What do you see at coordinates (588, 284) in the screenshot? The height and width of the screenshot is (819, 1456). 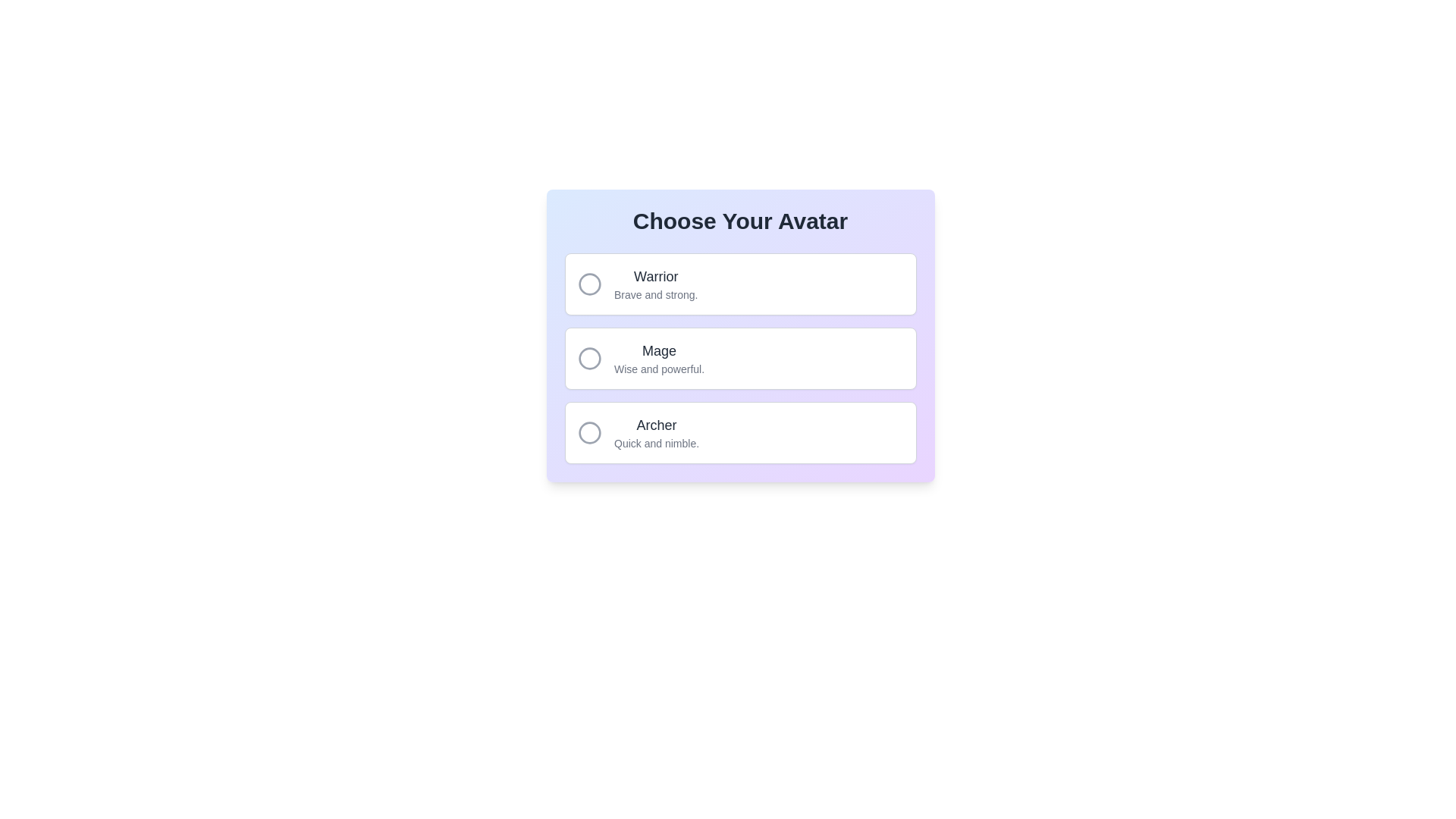 I see `the Decorative Icon next to the 'Warrior' selection option` at bounding box center [588, 284].